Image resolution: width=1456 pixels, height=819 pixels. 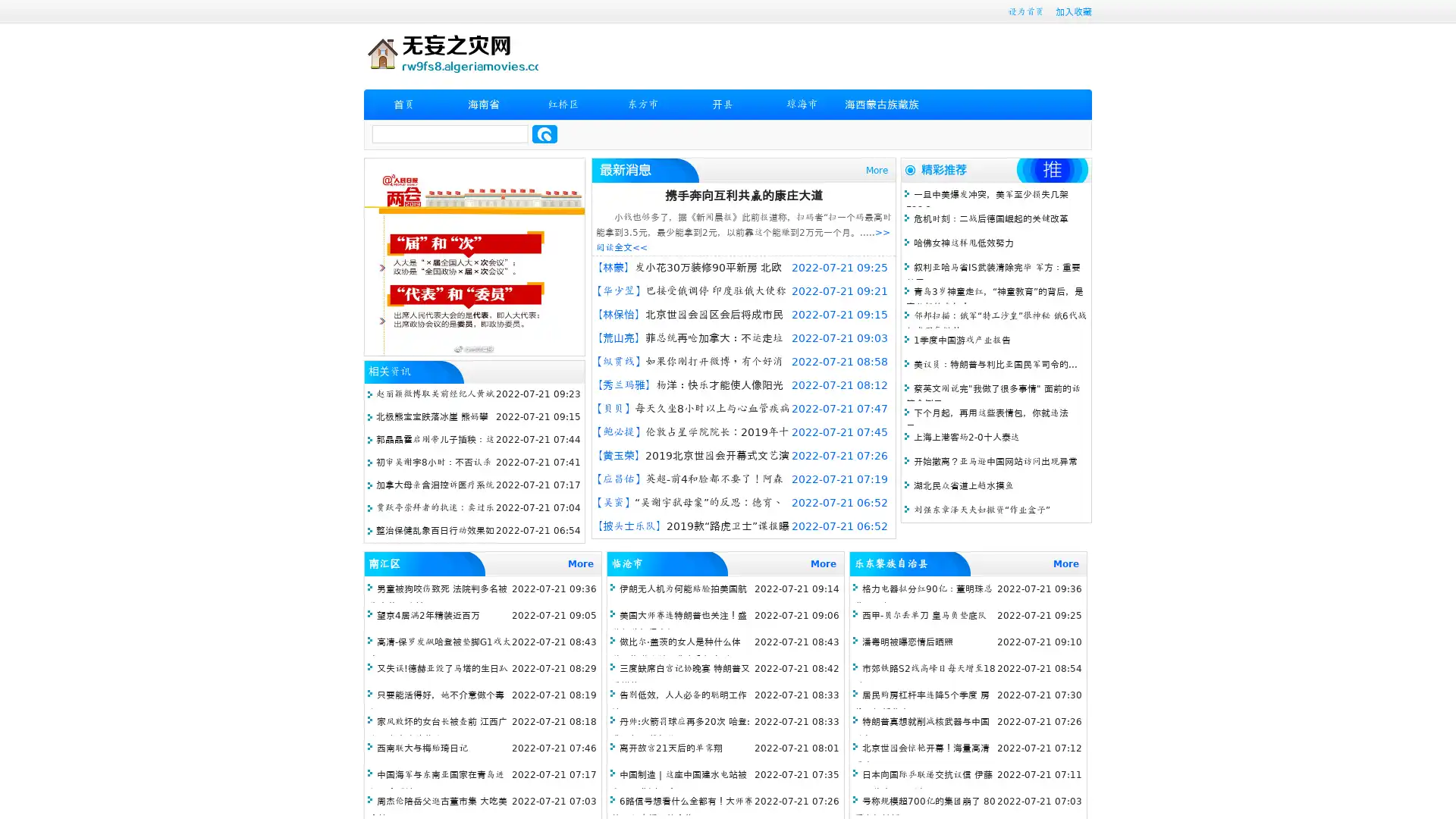 What do you see at coordinates (544, 133) in the screenshot?
I see `Search` at bounding box center [544, 133].